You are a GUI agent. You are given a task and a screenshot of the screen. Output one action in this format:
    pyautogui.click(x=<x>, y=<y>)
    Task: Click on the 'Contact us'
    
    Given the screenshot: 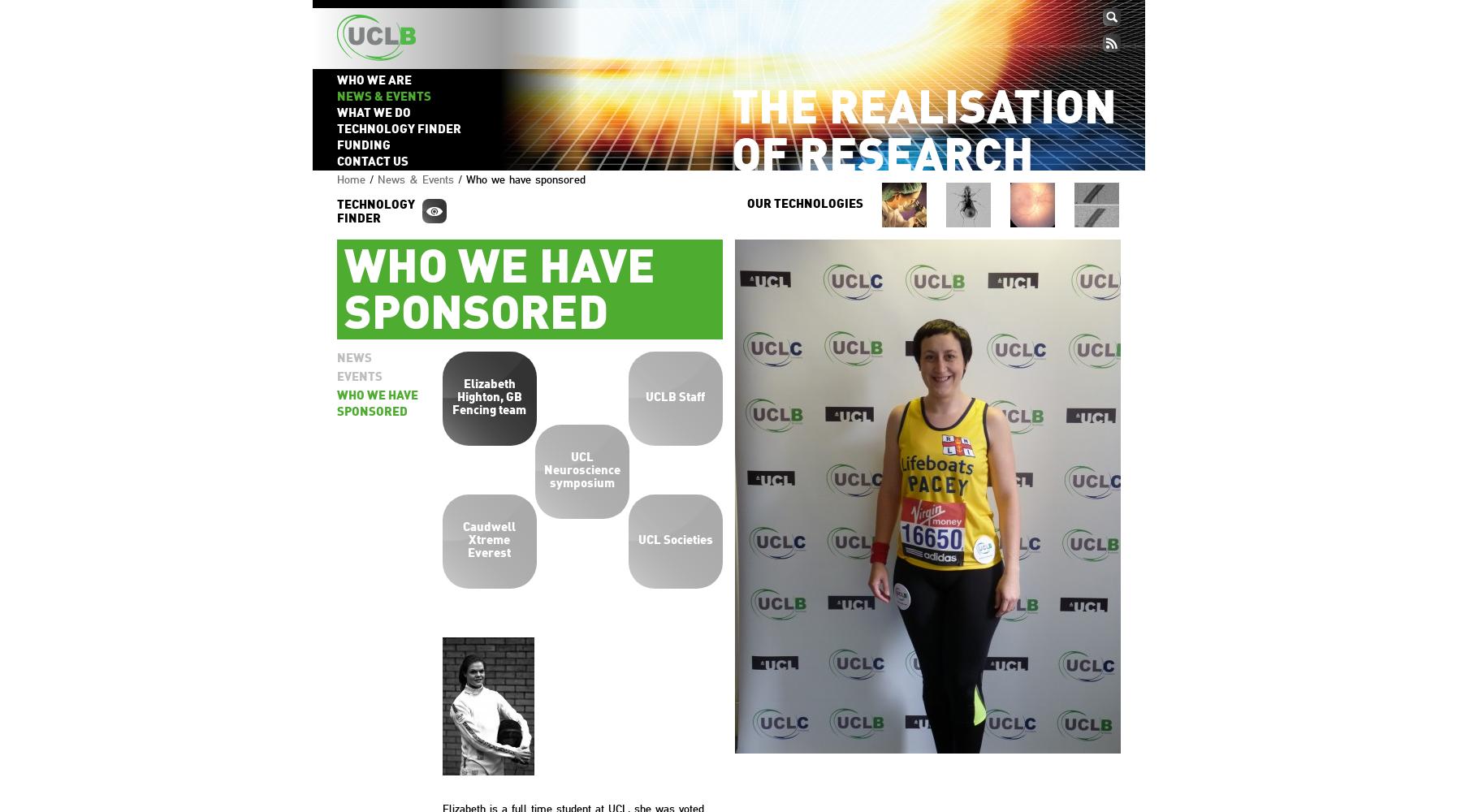 What is the action you would take?
    pyautogui.click(x=372, y=162)
    